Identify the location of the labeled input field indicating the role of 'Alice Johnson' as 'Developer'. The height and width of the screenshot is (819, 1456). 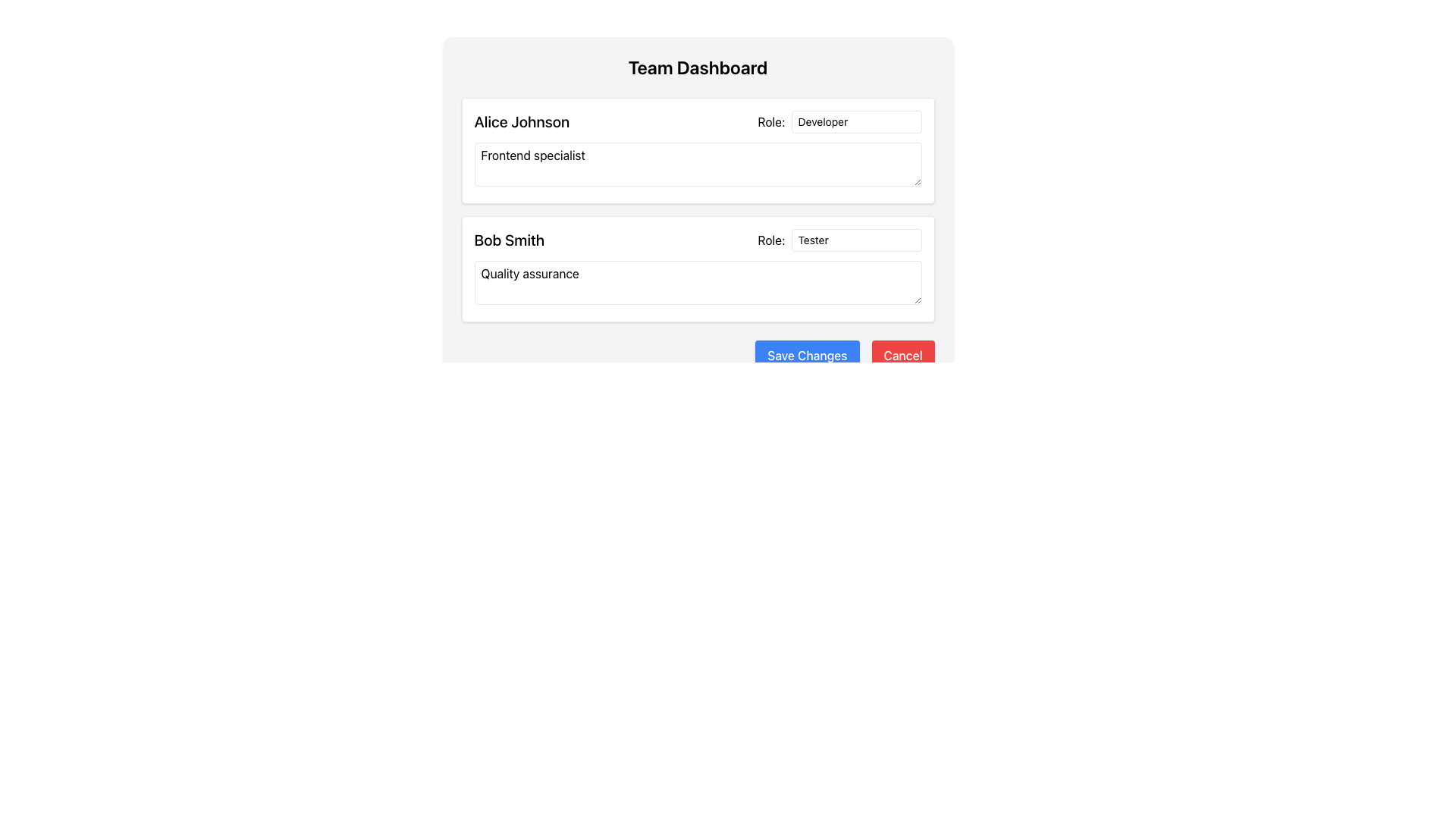
(839, 121).